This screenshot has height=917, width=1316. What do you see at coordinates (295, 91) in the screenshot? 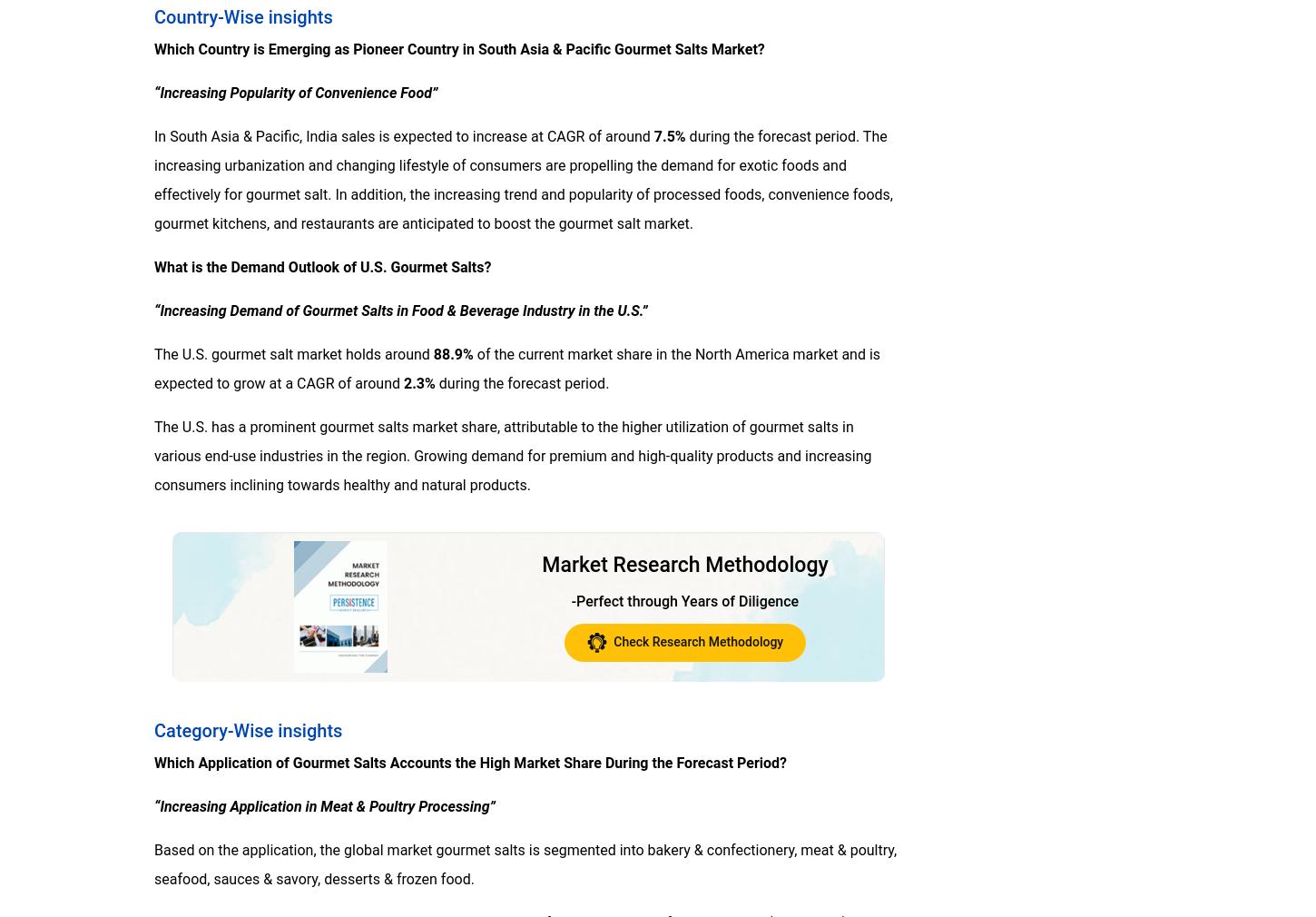
I see `'Increasing Popularity of Convenience Food'` at bounding box center [295, 91].